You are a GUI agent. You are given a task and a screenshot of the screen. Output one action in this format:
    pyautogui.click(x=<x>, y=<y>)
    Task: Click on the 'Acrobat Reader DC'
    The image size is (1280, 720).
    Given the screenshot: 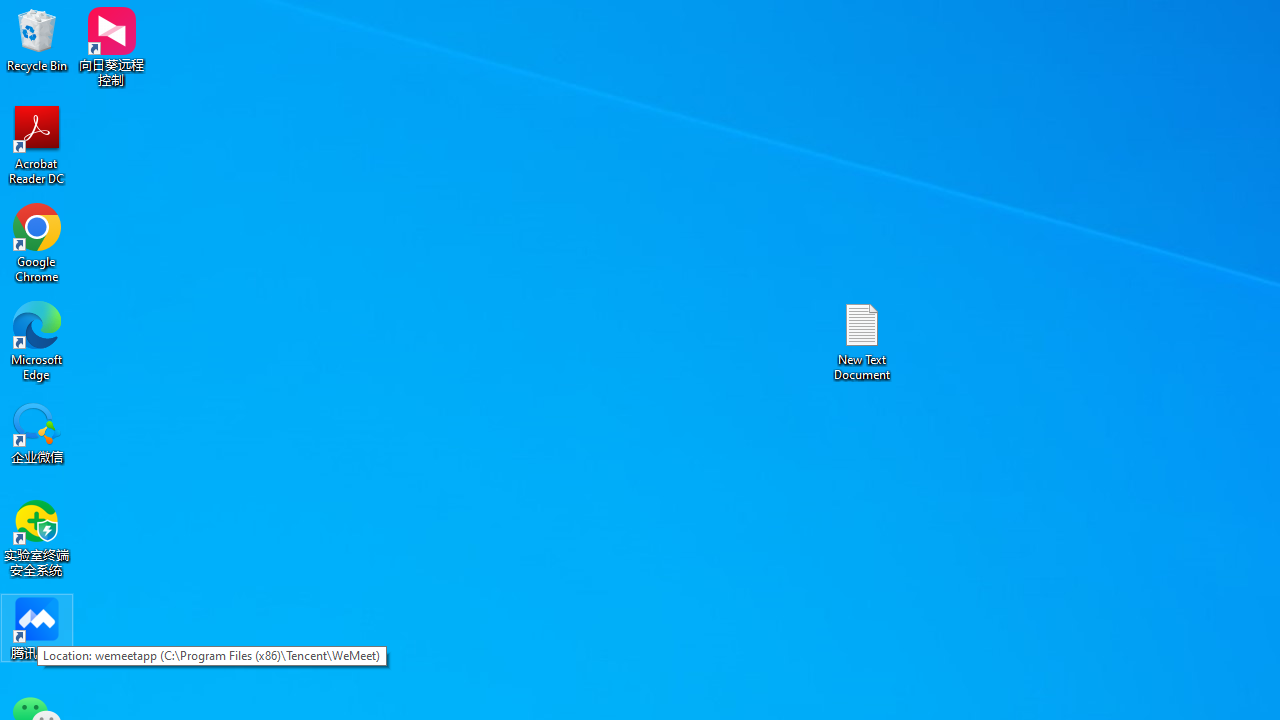 What is the action you would take?
    pyautogui.click(x=37, y=144)
    